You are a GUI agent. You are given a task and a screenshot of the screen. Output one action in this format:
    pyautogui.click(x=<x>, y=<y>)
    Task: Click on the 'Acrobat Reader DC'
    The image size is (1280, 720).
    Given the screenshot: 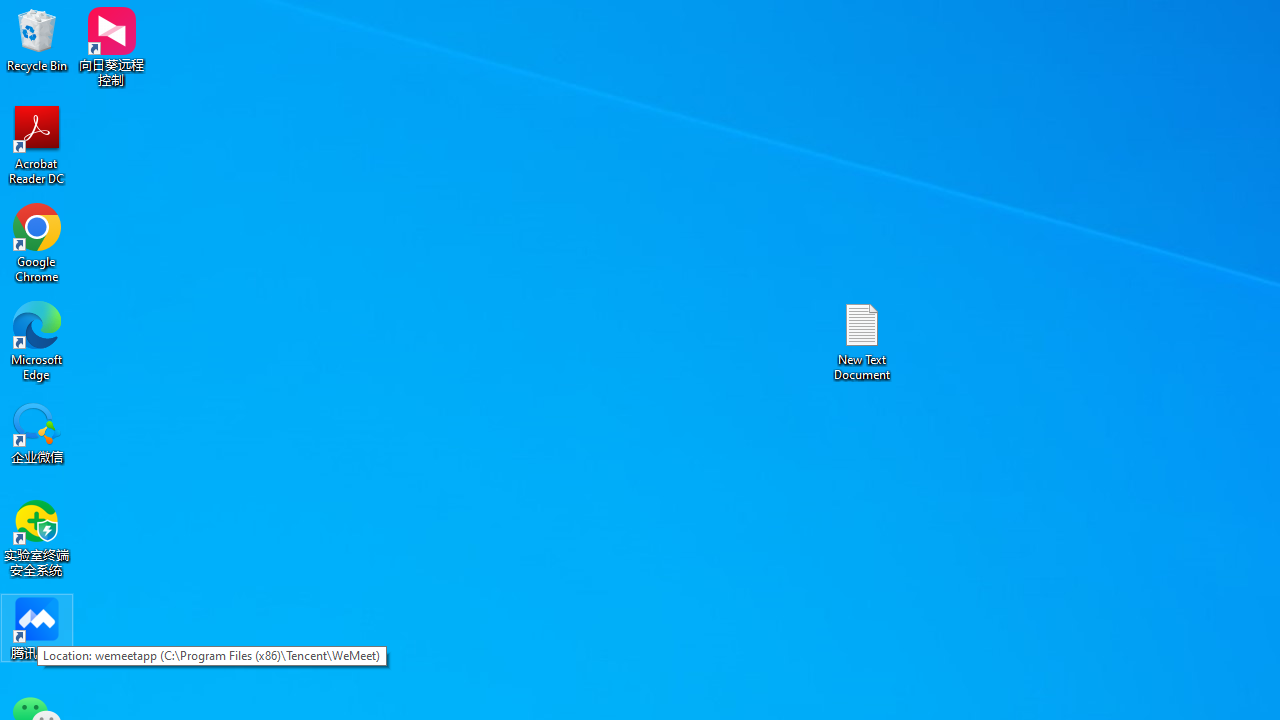 What is the action you would take?
    pyautogui.click(x=37, y=144)
    